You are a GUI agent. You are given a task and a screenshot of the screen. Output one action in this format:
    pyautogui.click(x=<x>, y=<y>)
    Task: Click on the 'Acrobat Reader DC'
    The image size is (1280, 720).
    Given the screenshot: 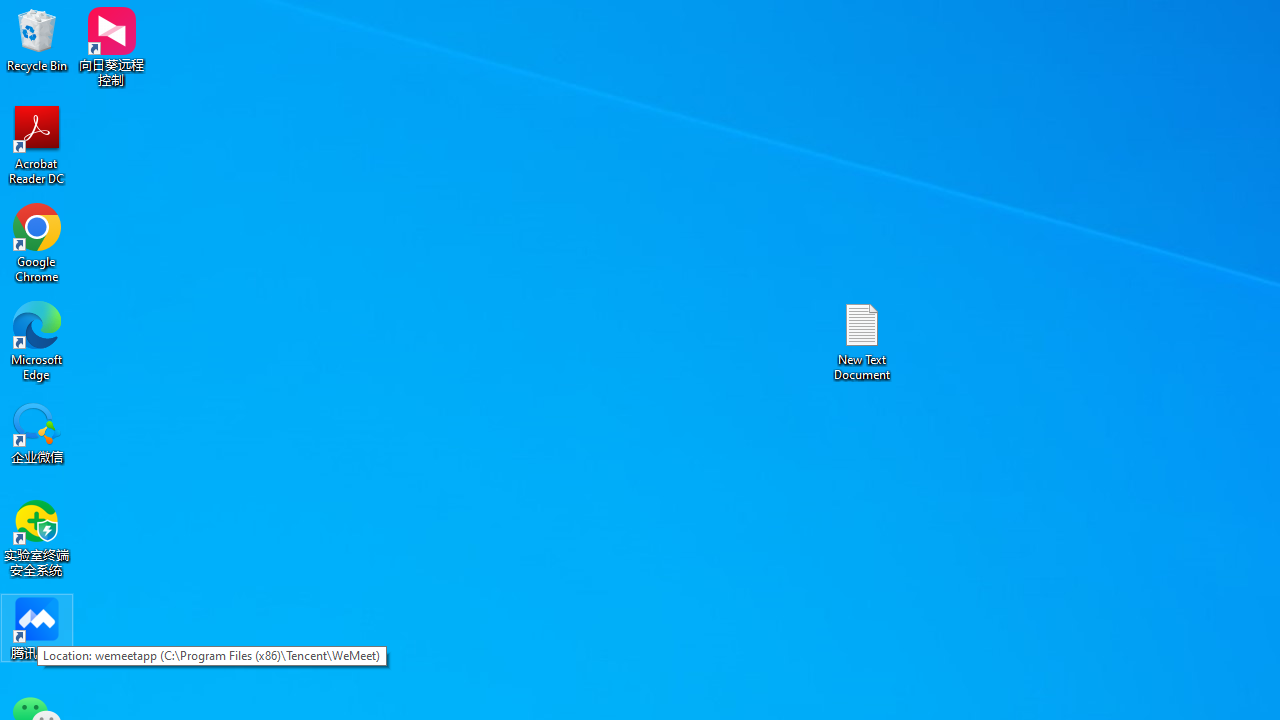 What is the action you would take?
    pyautogui.click(x=37, y=144)
    